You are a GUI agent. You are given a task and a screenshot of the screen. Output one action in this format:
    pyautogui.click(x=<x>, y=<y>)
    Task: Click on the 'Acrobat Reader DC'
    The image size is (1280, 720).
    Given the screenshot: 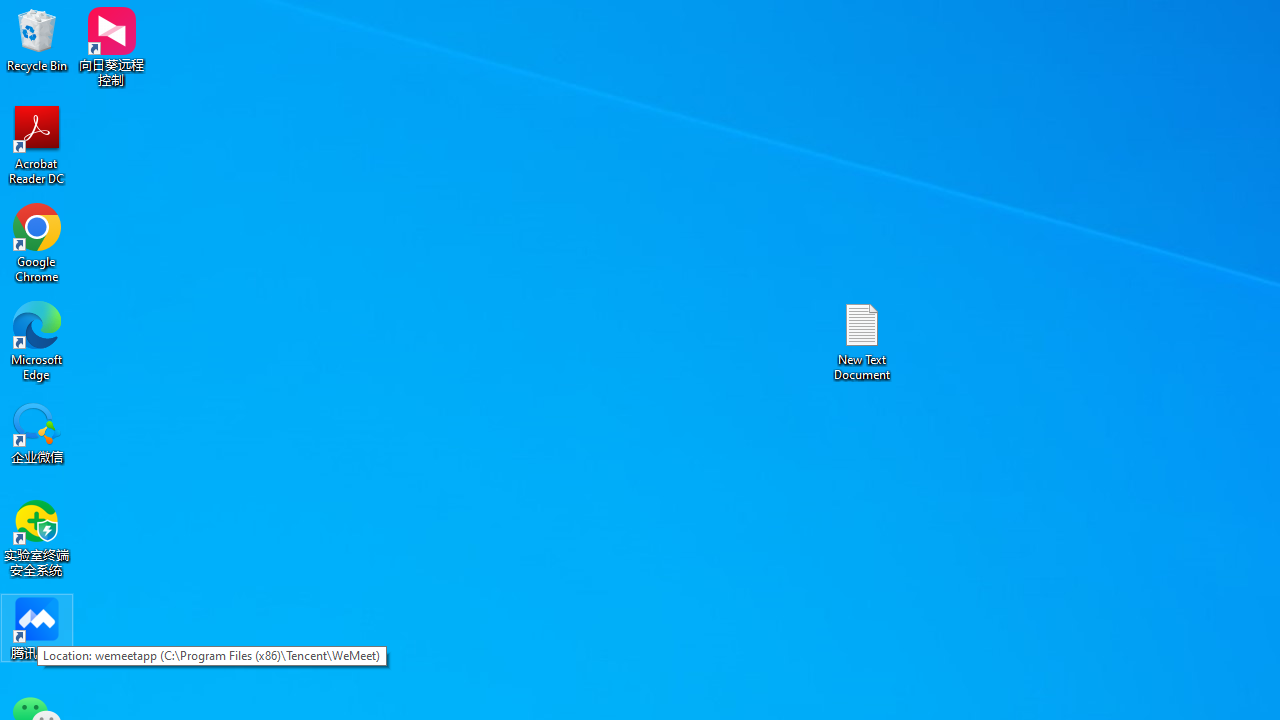 What is the action you would take?
    pyautogui.click(x=37, y=144)
    